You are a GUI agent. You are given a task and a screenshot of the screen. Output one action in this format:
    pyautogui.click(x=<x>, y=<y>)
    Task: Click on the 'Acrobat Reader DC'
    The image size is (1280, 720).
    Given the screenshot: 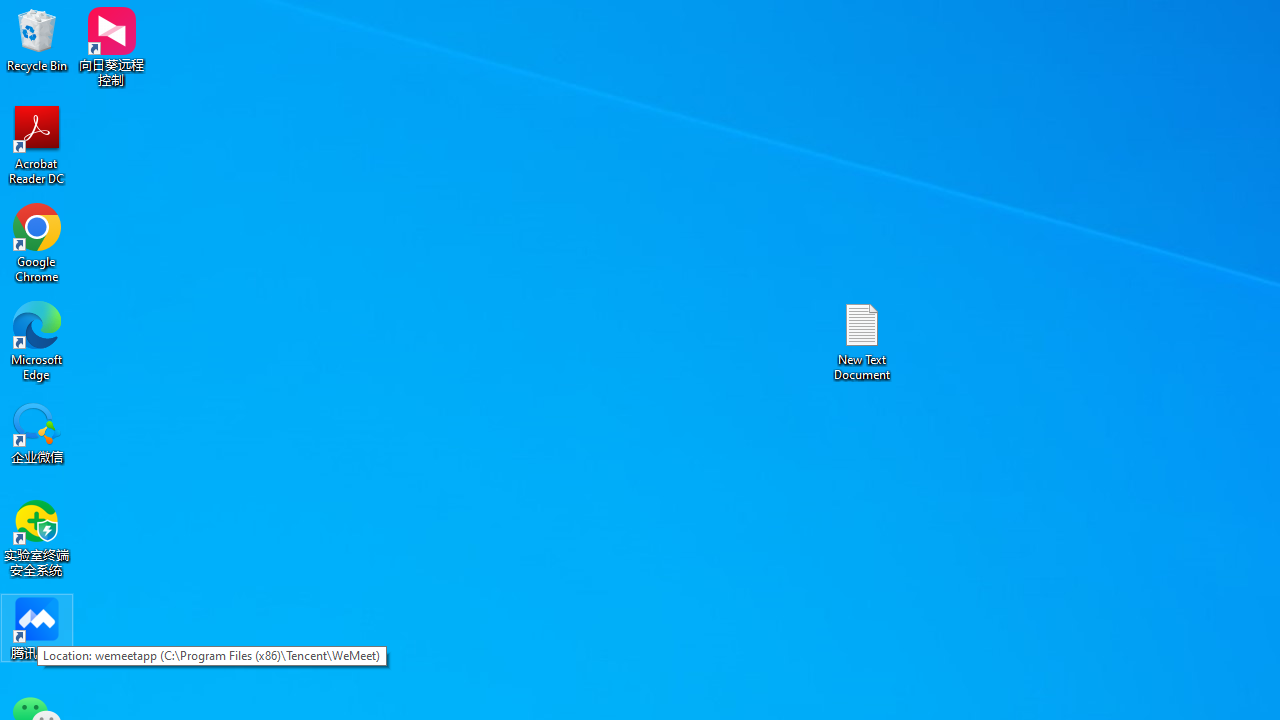 What is the action you would take?
    pyautogui.click(x=37, y=144)
    